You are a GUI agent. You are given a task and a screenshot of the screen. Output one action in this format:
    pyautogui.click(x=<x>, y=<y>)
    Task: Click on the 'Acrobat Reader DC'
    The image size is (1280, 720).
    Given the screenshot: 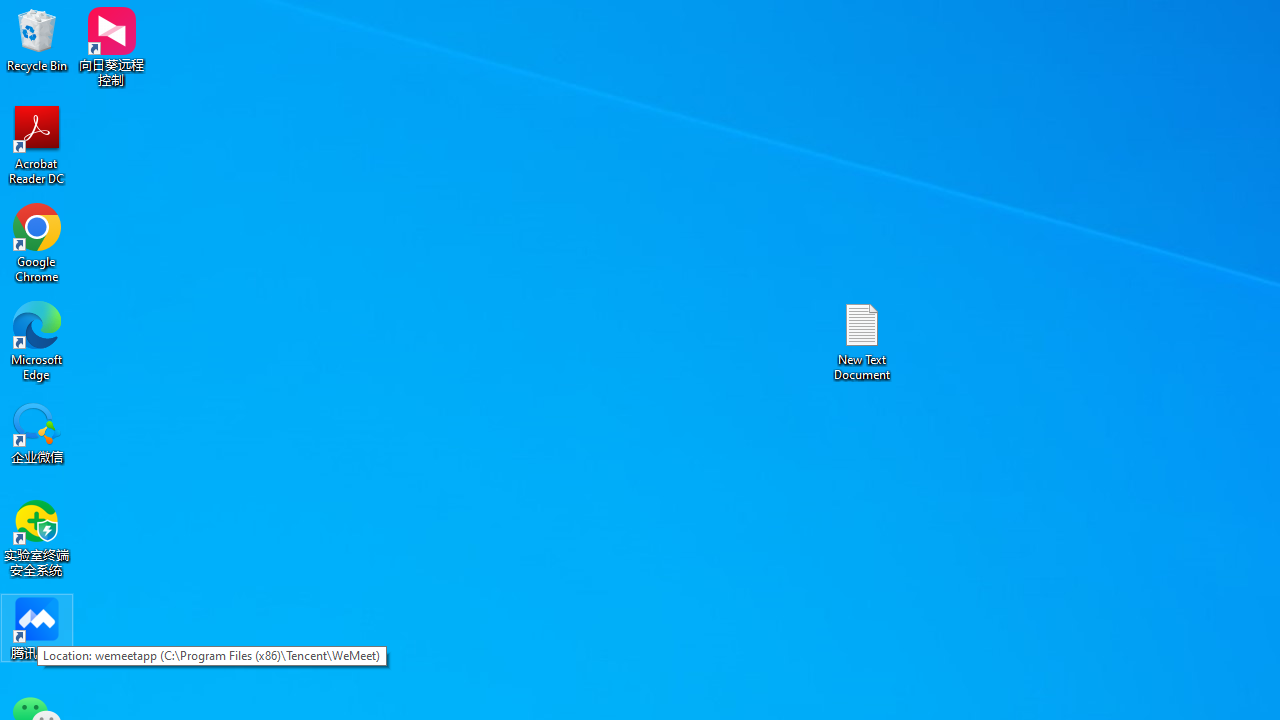 What is the action you would take?
    pyautogui.click(x=37, y=144)
    